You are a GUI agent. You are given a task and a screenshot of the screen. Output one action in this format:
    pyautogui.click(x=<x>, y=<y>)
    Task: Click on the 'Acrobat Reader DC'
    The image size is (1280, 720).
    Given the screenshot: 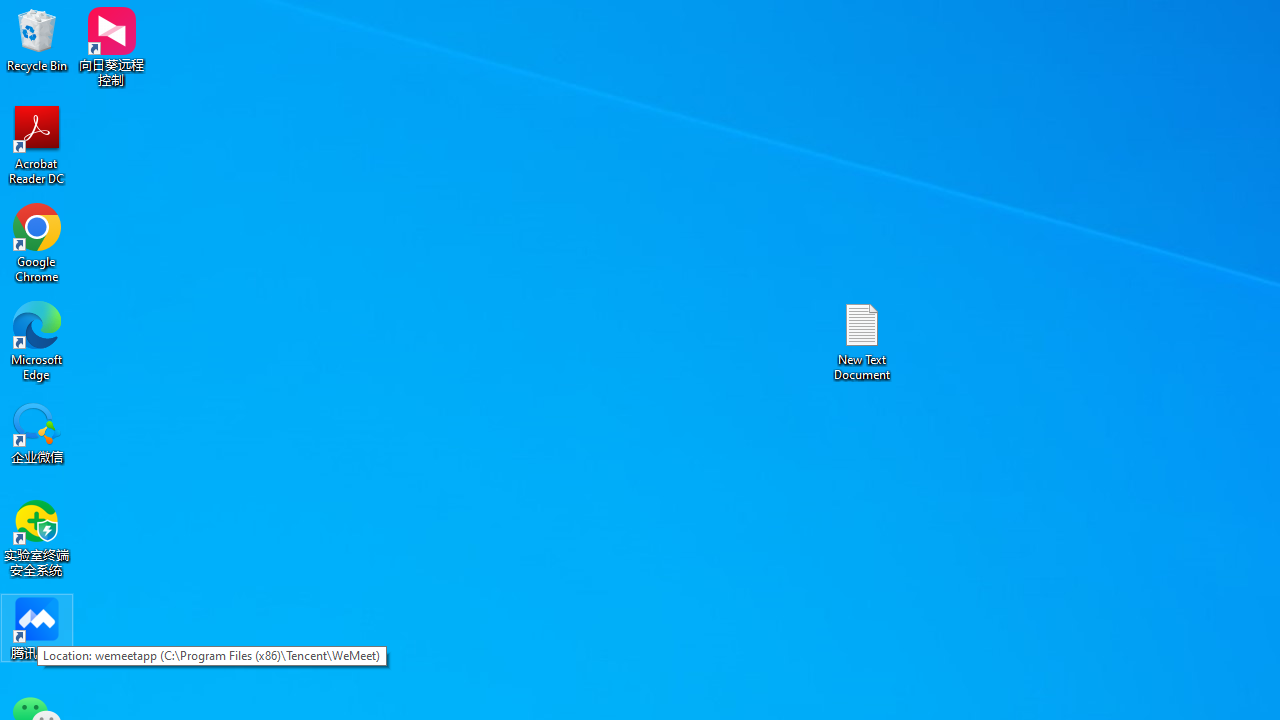 What is the action you would take?
    pyautogui.click(x=37, y=144)
    